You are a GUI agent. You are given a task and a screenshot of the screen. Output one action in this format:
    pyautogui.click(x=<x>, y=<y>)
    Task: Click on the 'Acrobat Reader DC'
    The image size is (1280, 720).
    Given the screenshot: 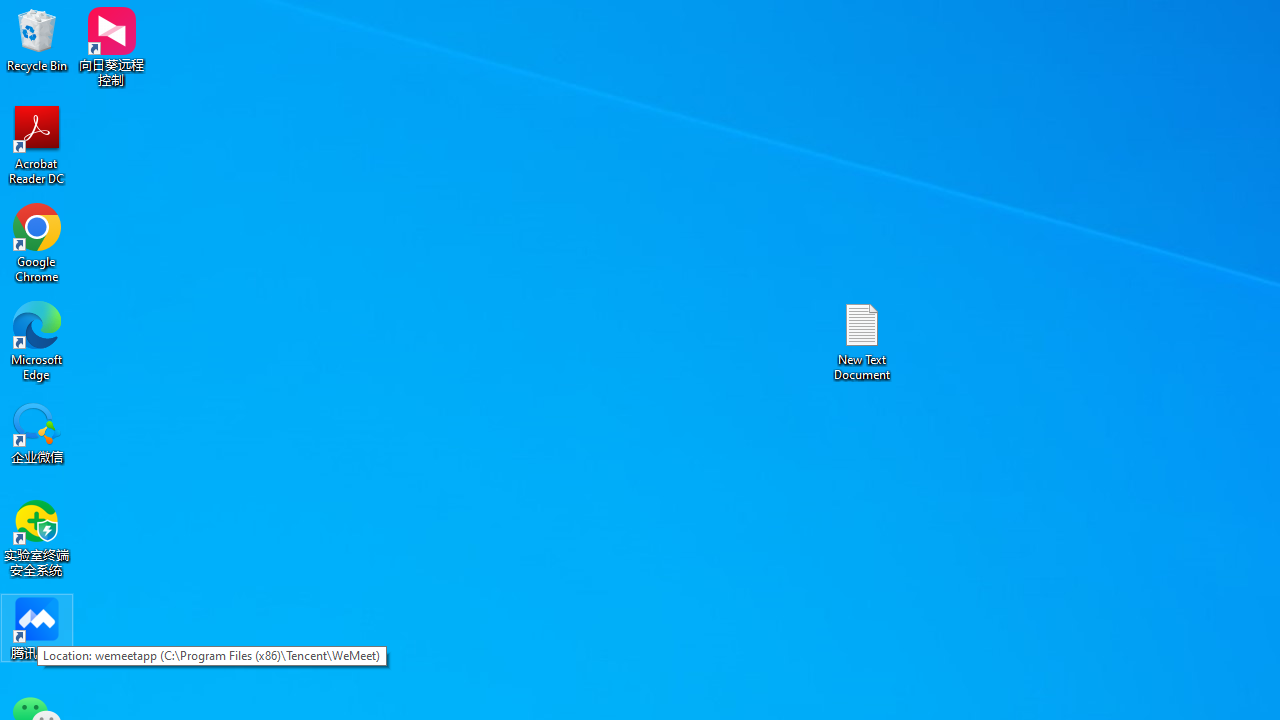 What is the action you would take?
    pyautogui.click(x=37, y=144)
    